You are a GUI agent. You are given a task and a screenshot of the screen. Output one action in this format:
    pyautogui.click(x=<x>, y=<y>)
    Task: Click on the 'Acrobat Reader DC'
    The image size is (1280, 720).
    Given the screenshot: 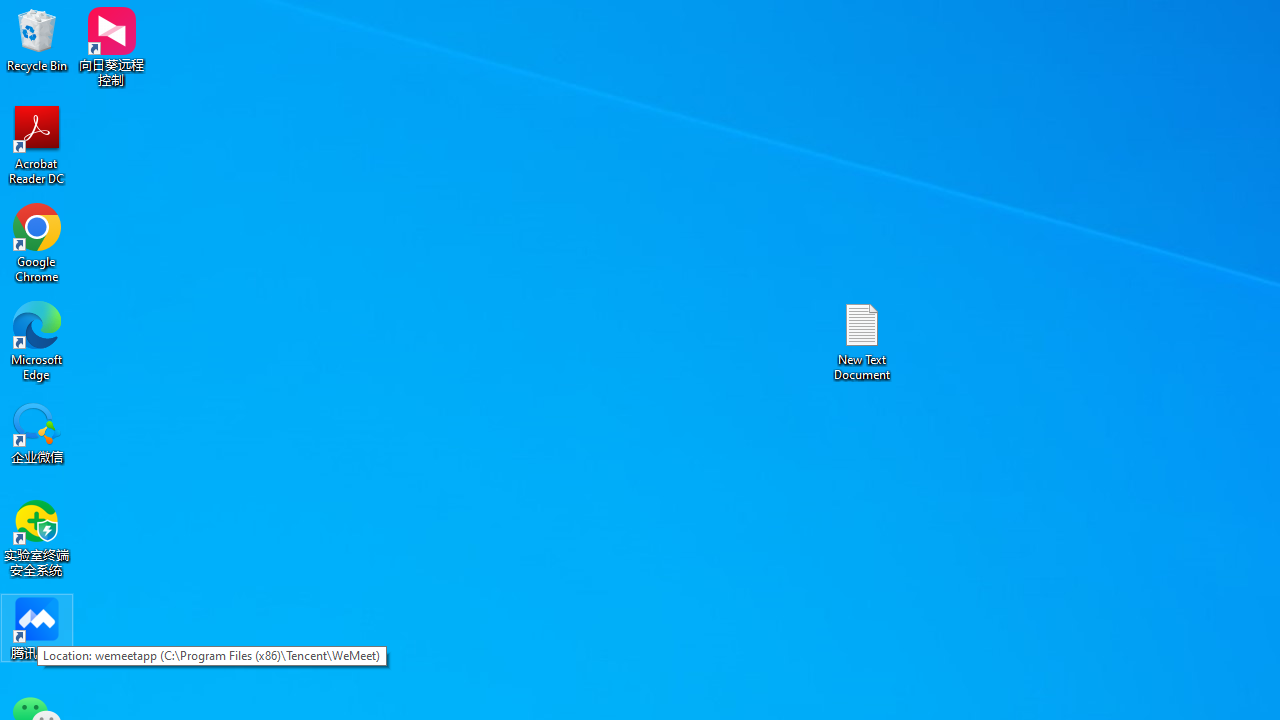 What is the action you would take?
    pyautogui.click(x=37, y=144)
    